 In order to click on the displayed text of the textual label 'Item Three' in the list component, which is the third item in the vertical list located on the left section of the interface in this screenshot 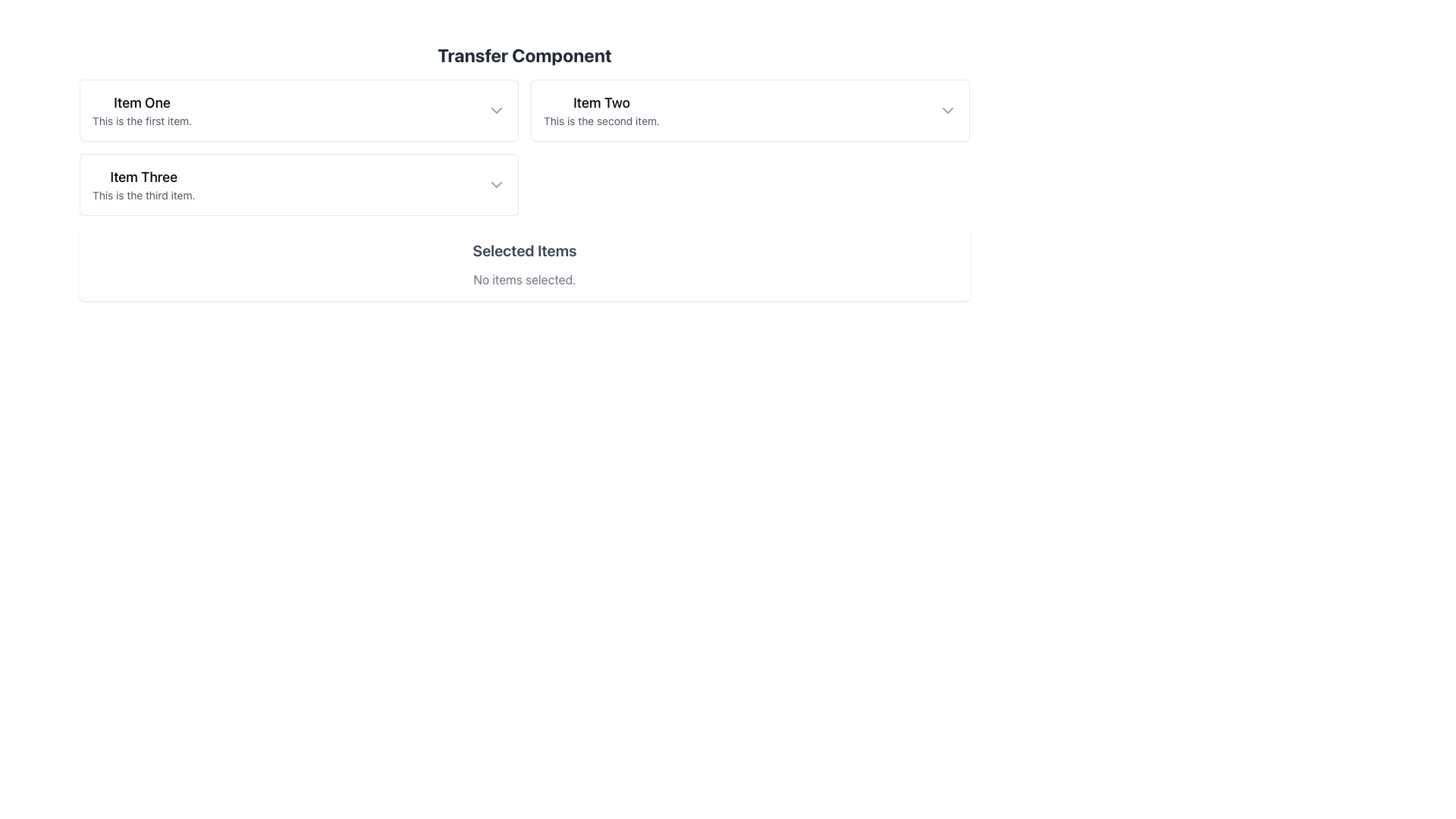, I will do `click(143, 184)`.